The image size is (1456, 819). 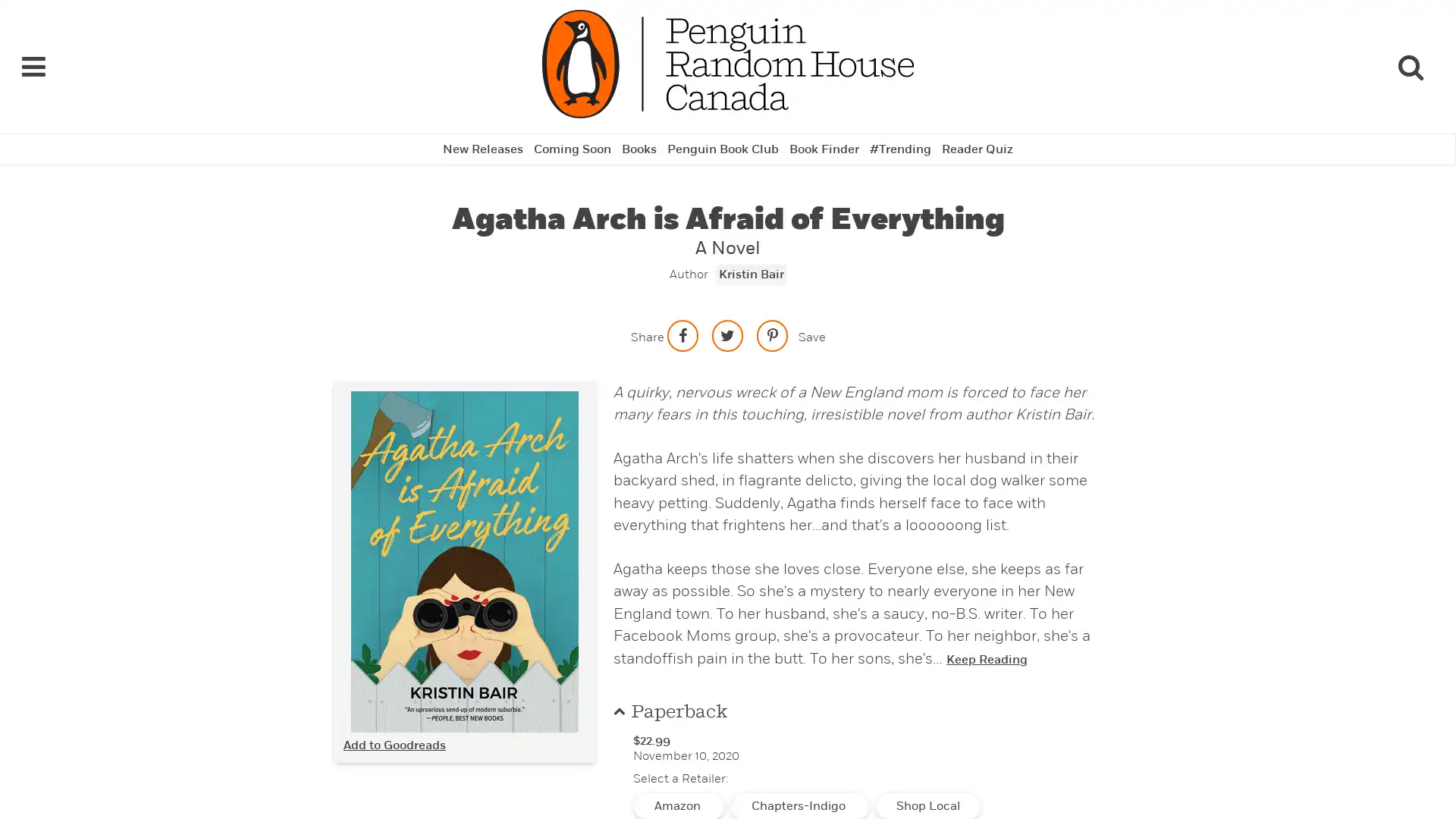 I want to click on Search, so click(x=1410, y=40).